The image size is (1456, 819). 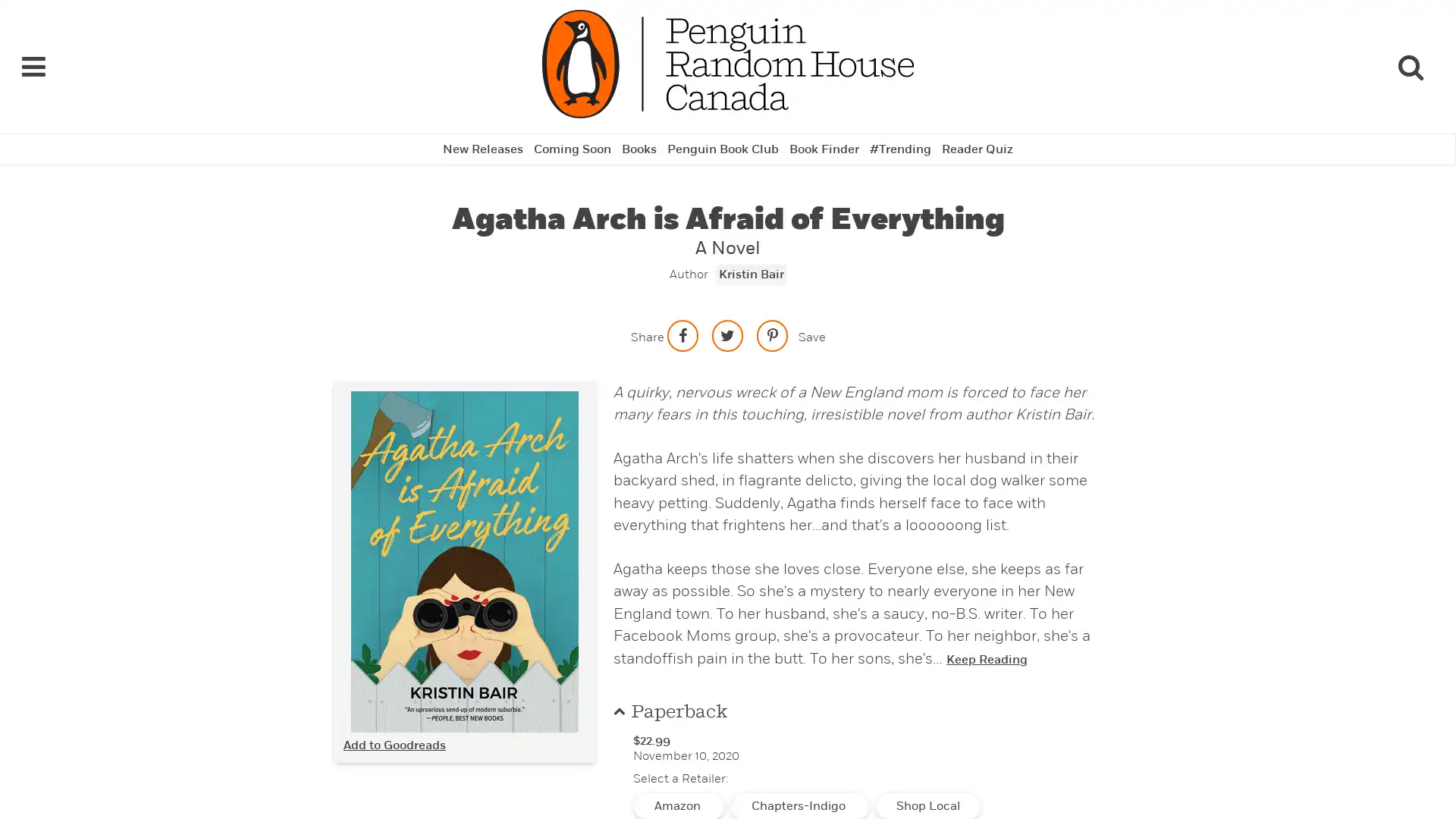 I want to click on Search, so click(x=1410, y=40).